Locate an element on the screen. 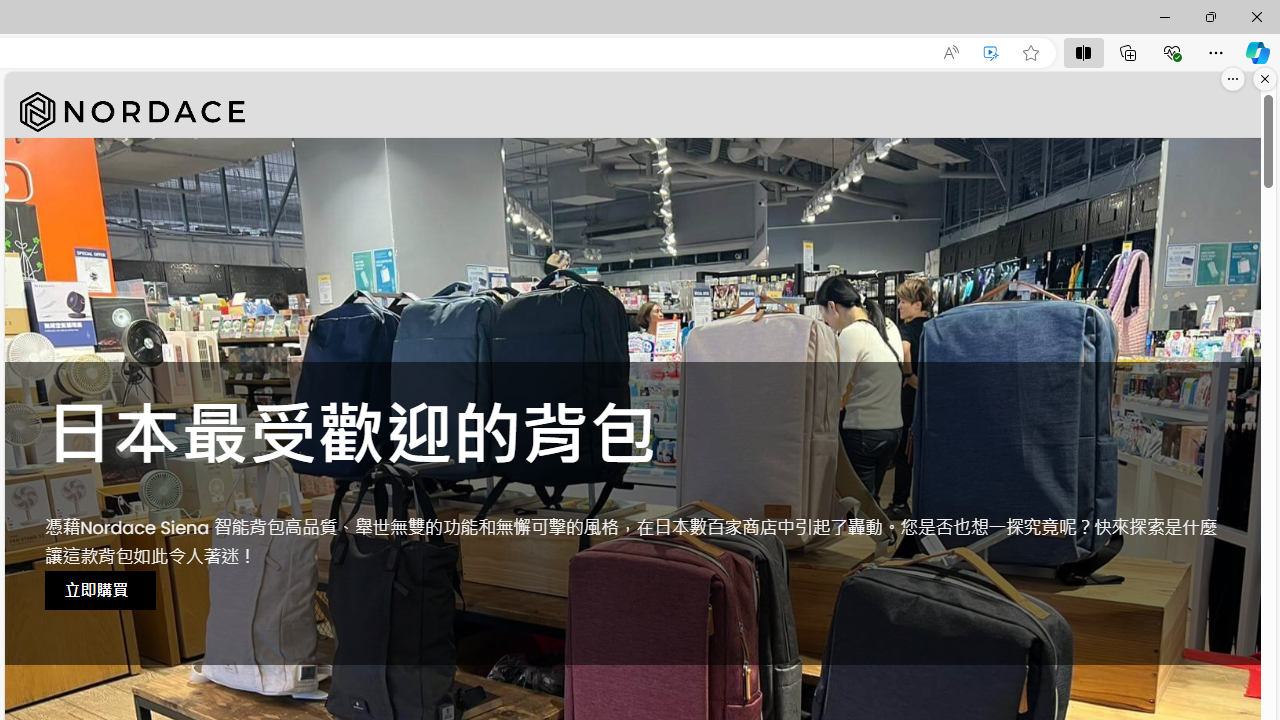 The width and height of the screenshot is (1280, 720). 'Restore' is located at coordinates (1209, 16).